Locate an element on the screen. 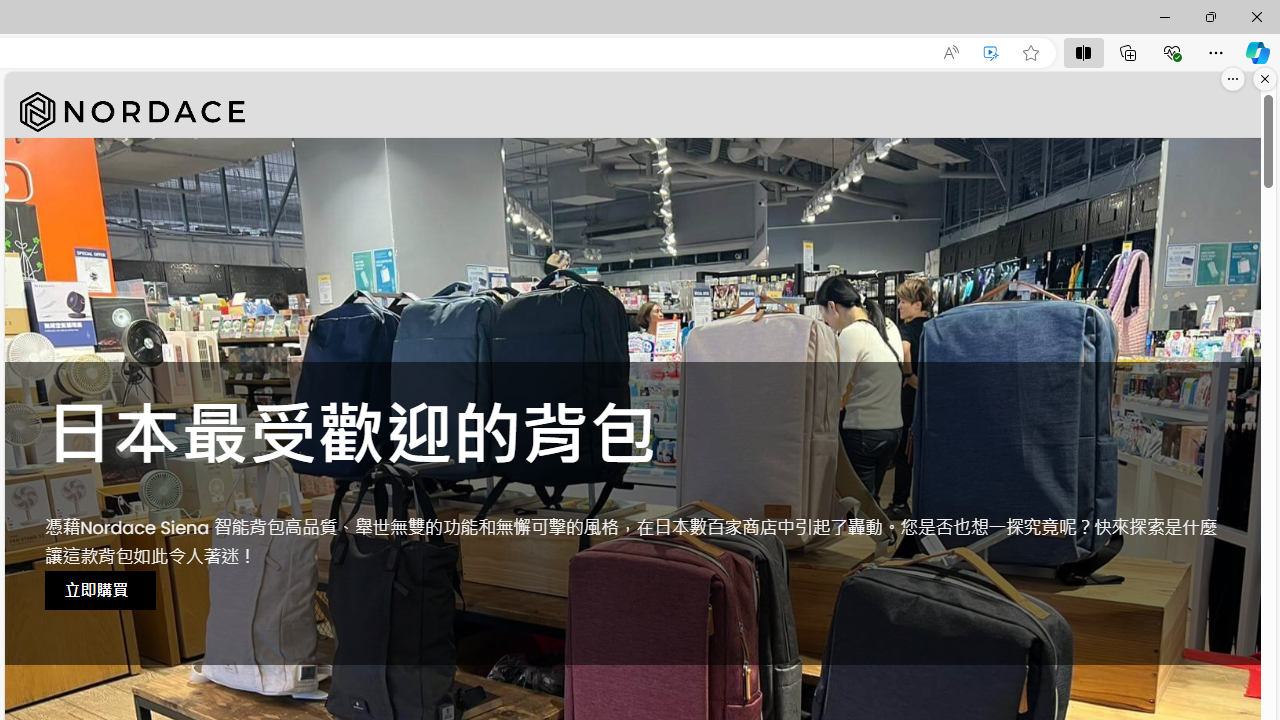 The width and height of the screenshot is (1280, 720). 'Restore' is located at coordinates (1209, 16).